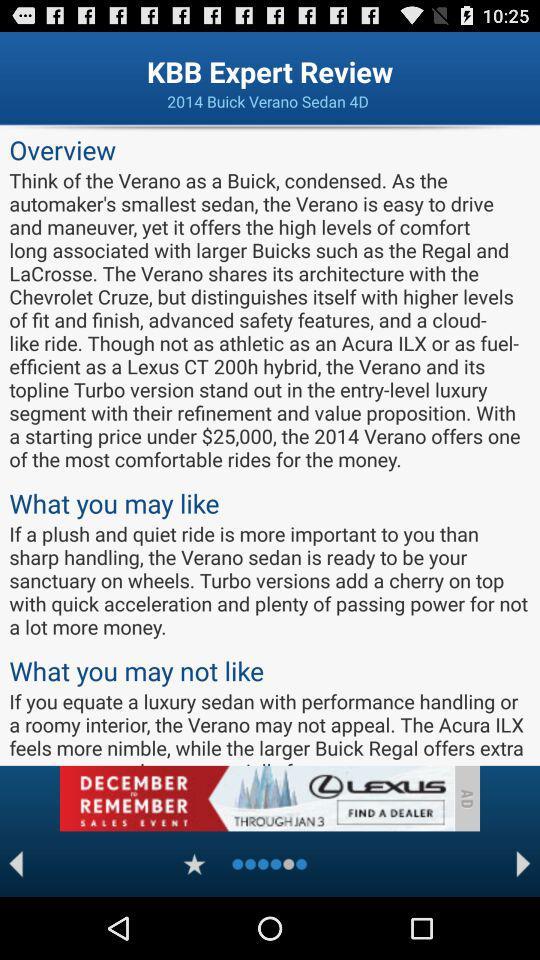 The image size is (540, 960). What do you see at coordinates (194, 924) in the screenshot?
I see `the star icon` at bounding box center [194, 924].